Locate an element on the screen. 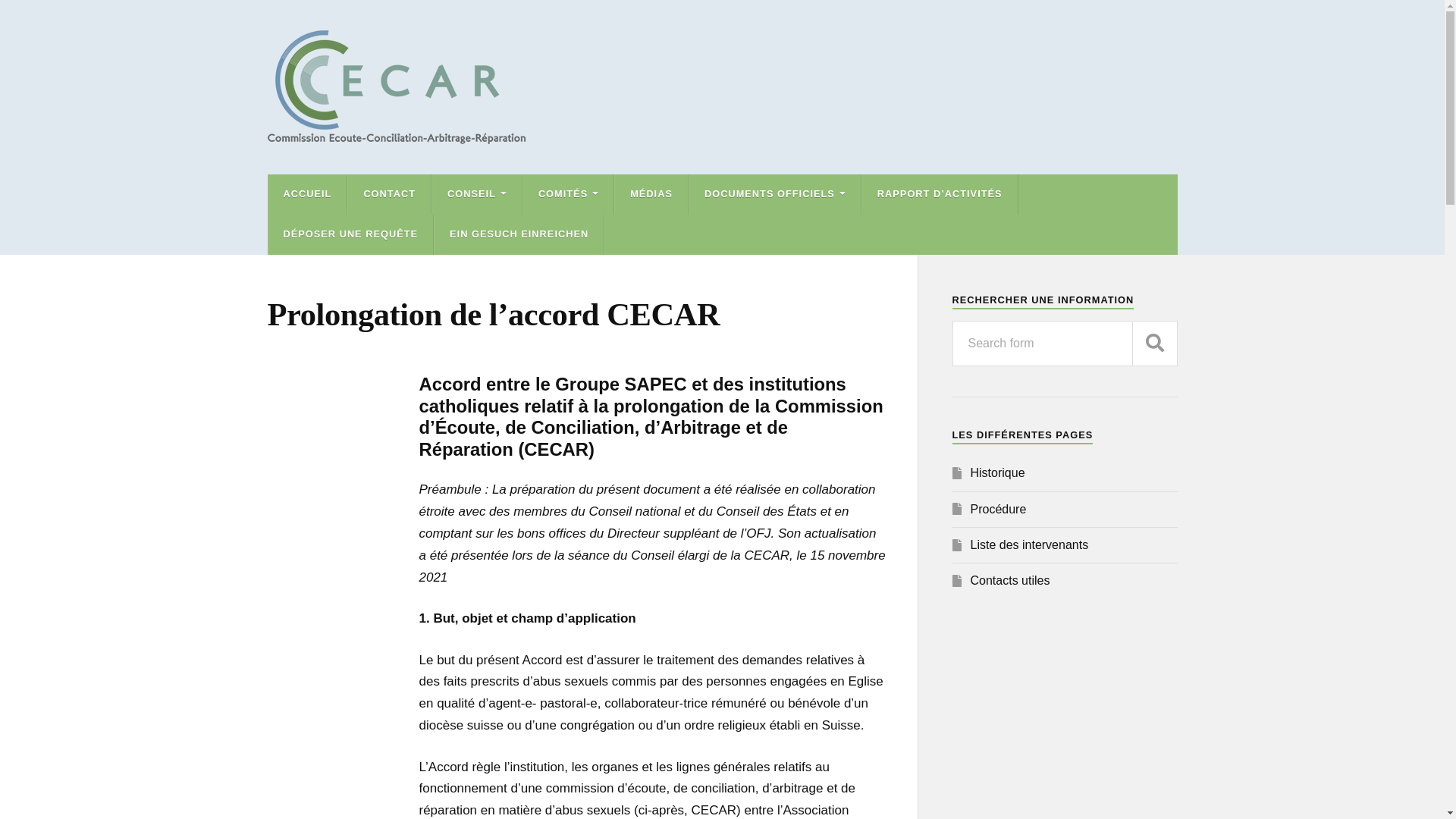 The height and width of the screenshot is (819, 1456). 'Contacts utiles' is located at coordinates (1010, 580).